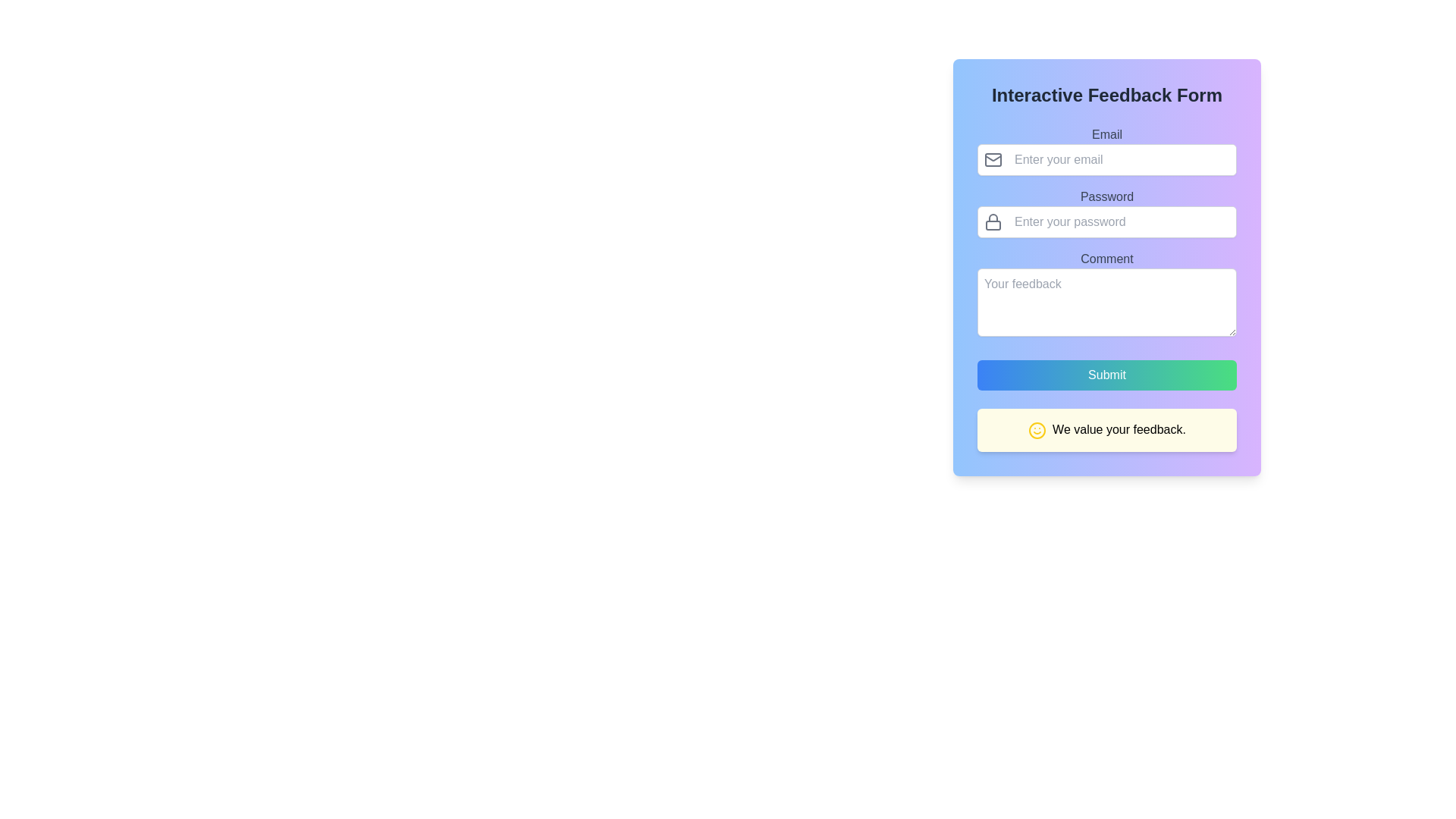  Describe the element at coordinates (1037, 430) in the screenshot. I see `the smiley face circle that contributes to the happy expression, located to the left of the text label 'We value your feedback.'` at that location.